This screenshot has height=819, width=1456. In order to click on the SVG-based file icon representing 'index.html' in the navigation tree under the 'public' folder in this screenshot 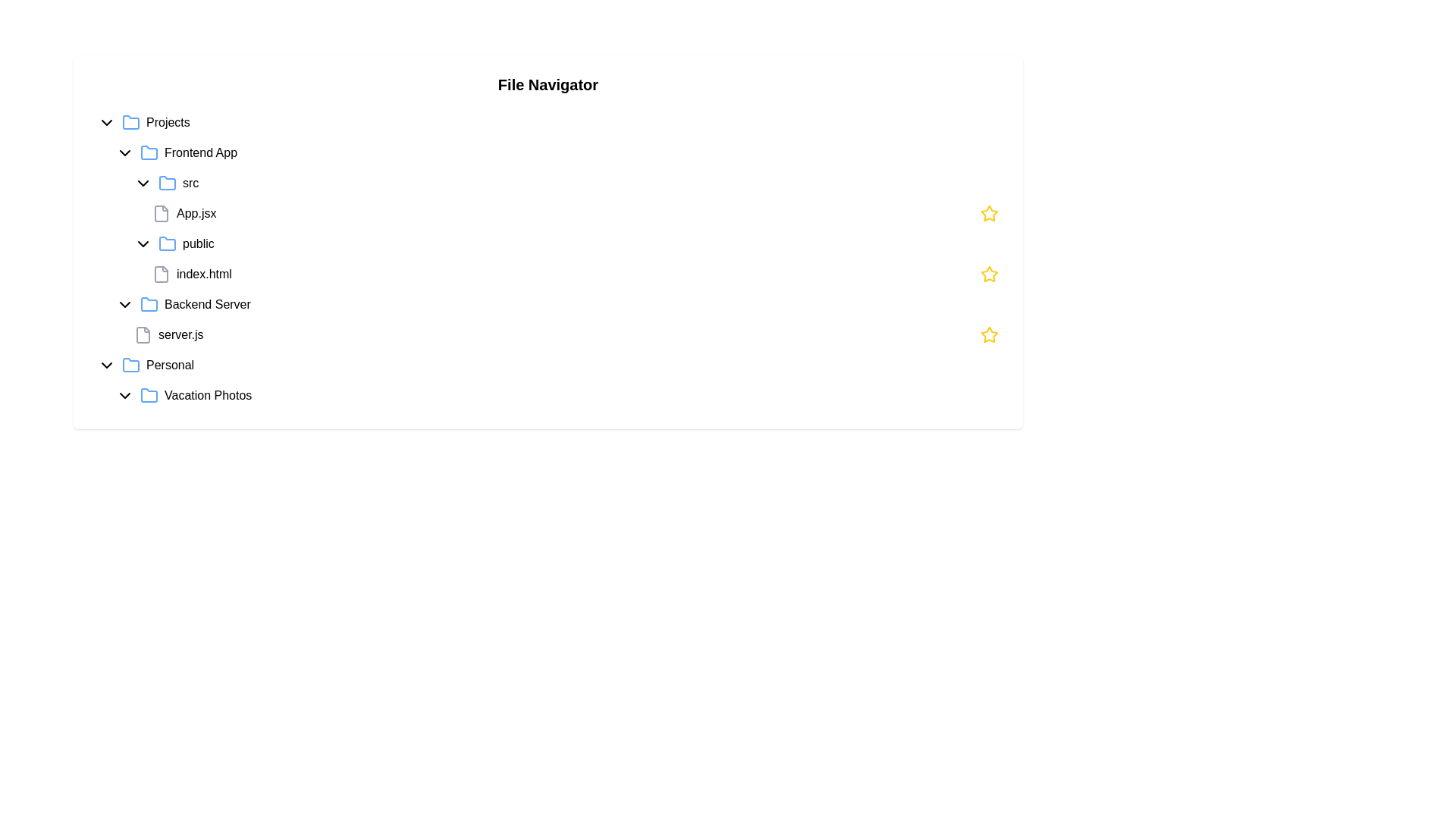, I will do `click(161, 275)`.